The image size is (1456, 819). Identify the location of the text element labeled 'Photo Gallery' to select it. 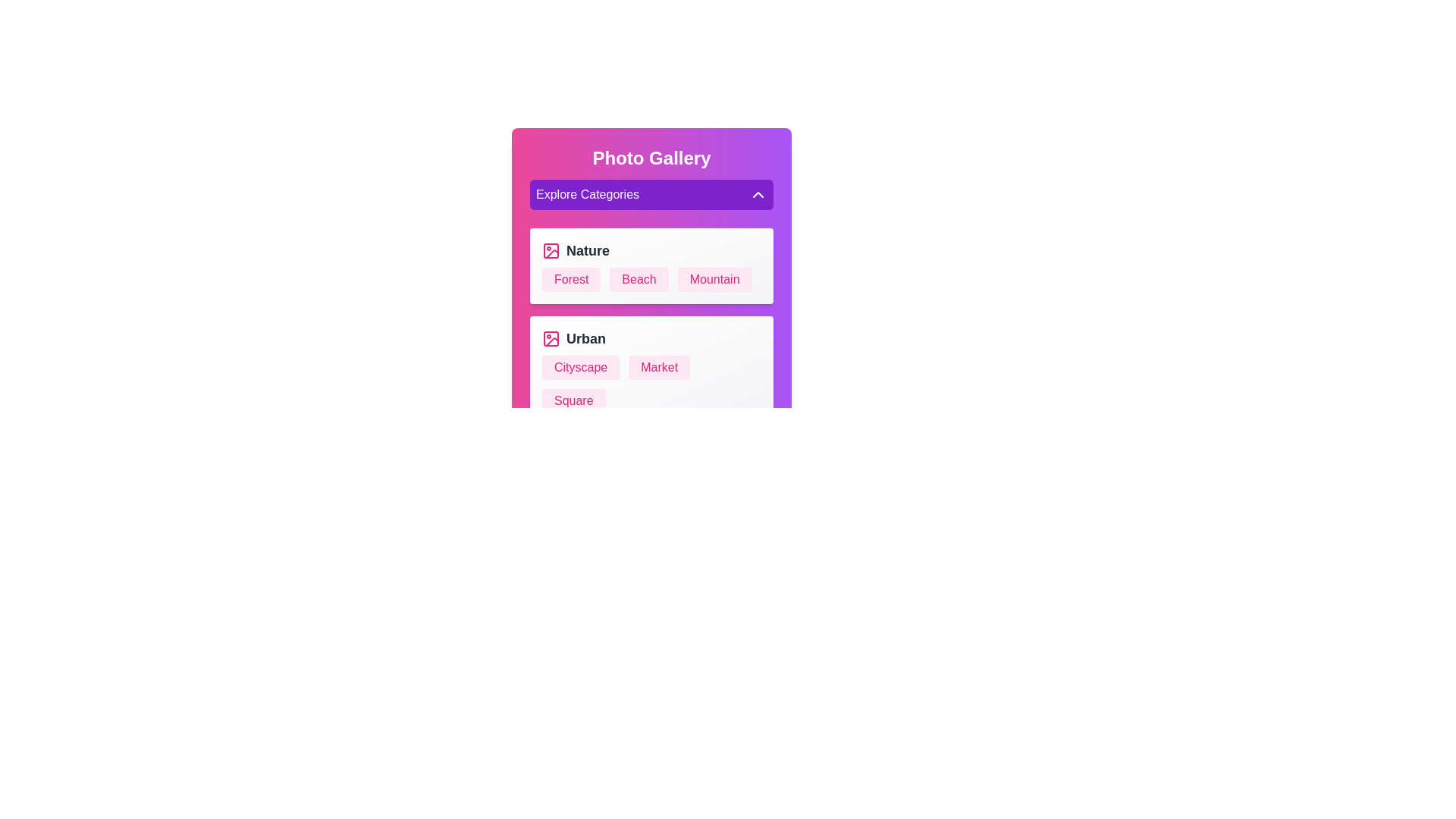
(651, 158).